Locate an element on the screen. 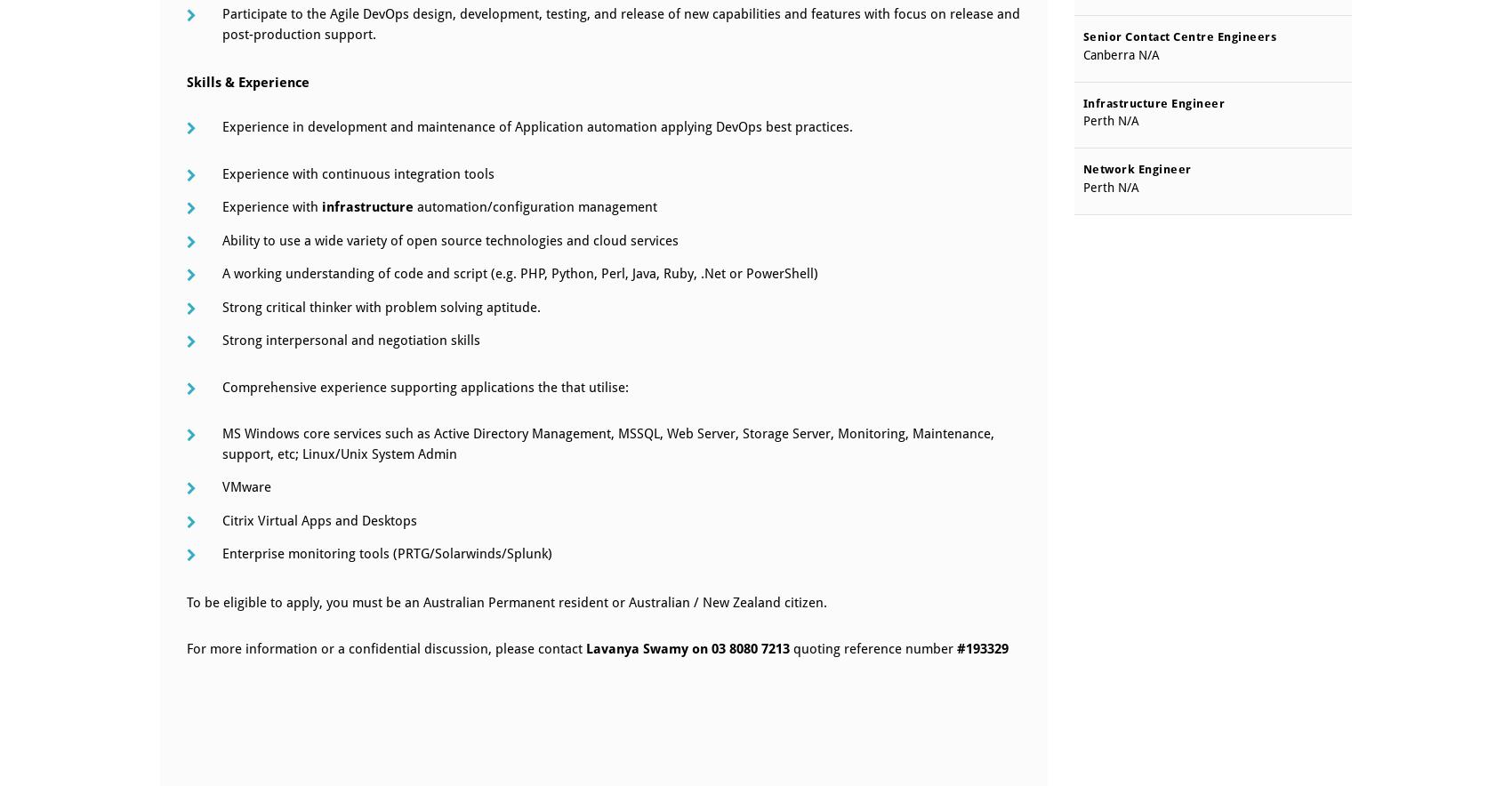 The image size is (1512, 786). 'Citrix Virtual Apps and Desktops' is located at coordinates (222, 519).